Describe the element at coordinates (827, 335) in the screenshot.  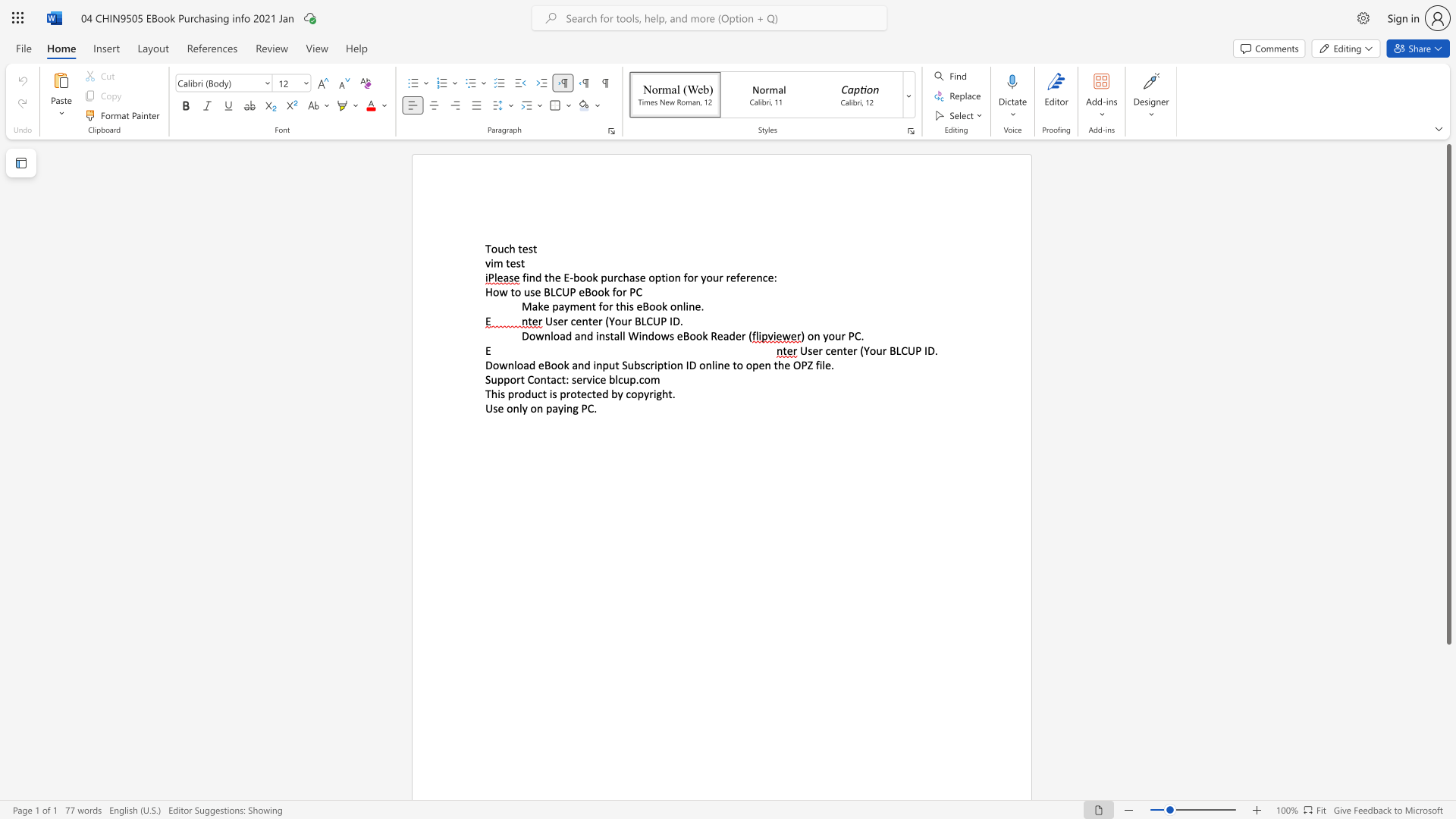
I see `the subset text "our" within the text ") on your PC."` at that location.